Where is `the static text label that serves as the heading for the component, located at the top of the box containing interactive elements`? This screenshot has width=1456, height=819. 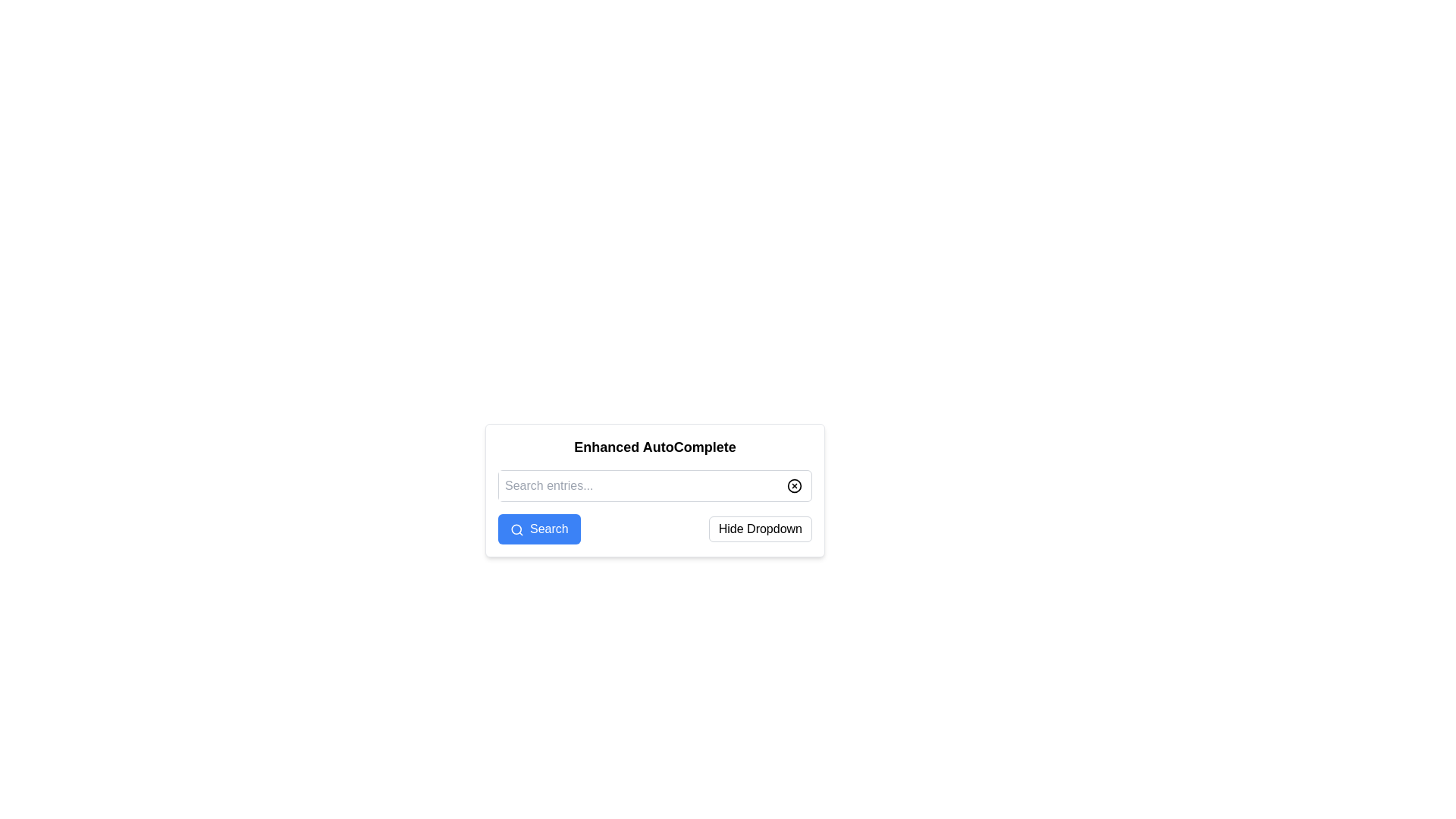
the static text label that serves as the heading for the component, located at the top of the box containing interactive elements is located at coordinates (655, 447).